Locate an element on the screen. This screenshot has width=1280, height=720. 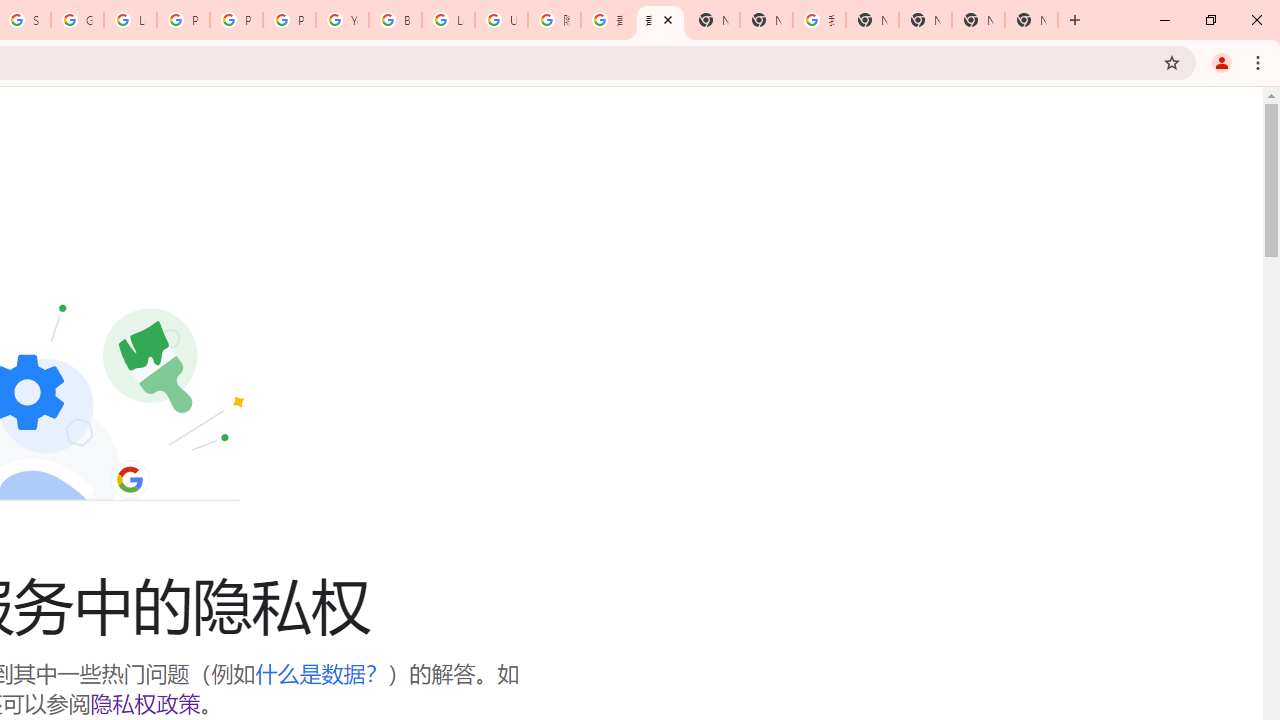
'Privacy Help Center - Policies Help' is located at coordinates (236, 20).